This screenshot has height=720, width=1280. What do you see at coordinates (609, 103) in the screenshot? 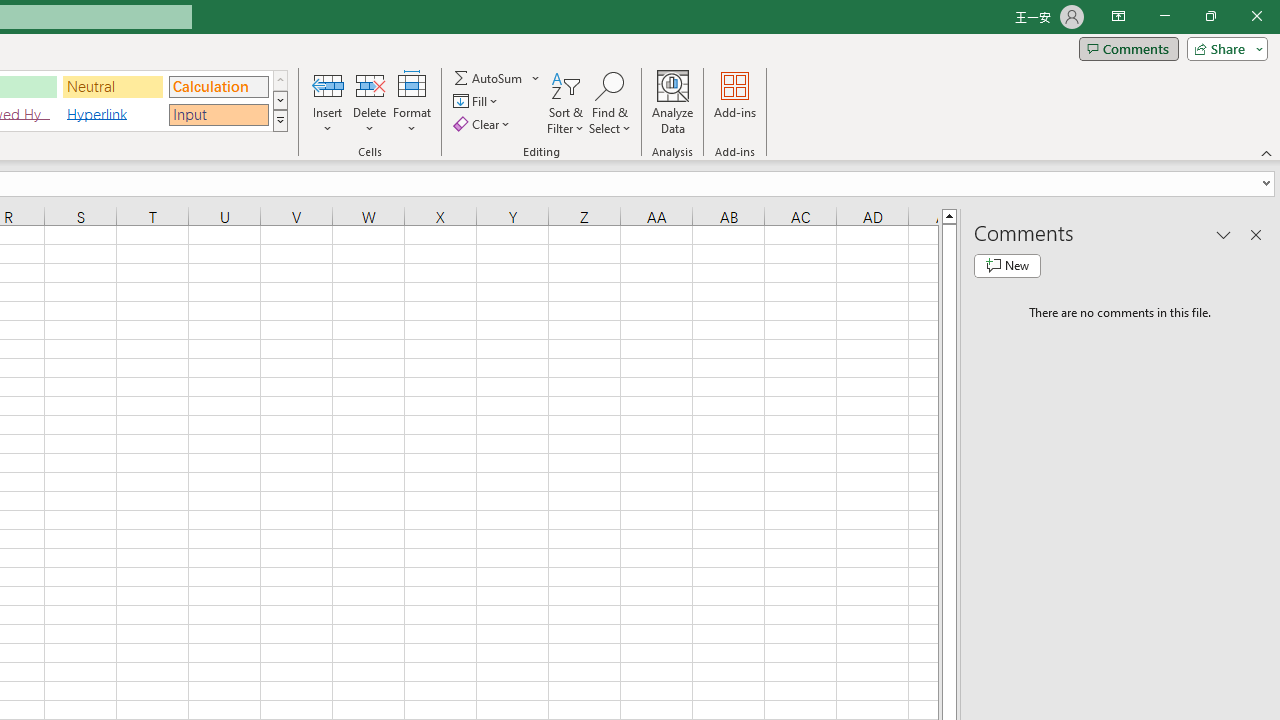
I see `'Find & Select'` at bounding box center [609, 103].